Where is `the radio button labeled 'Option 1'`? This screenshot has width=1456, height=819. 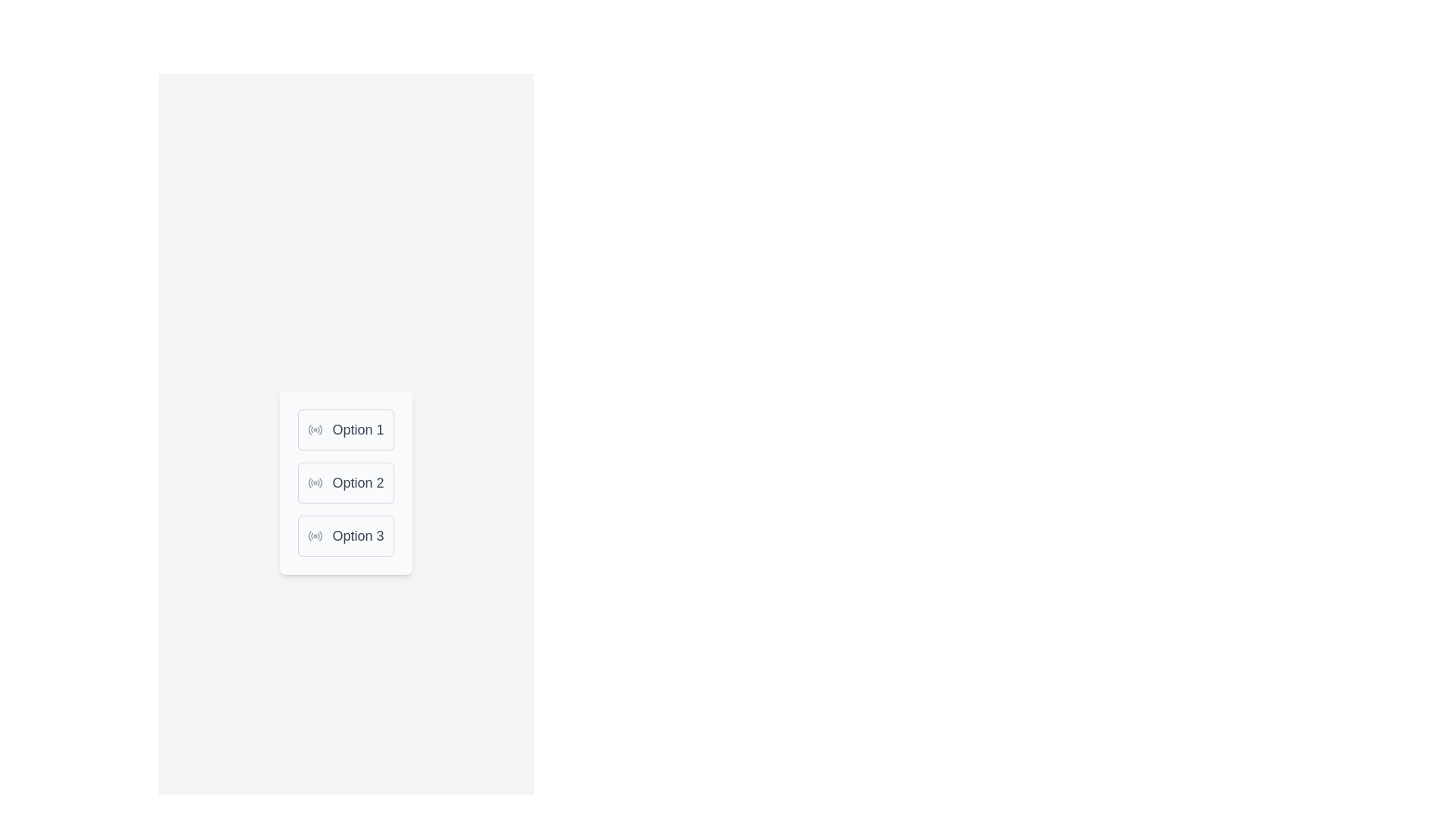
the radio button labeled 'Option 1' is located at coordinates (345, 430).